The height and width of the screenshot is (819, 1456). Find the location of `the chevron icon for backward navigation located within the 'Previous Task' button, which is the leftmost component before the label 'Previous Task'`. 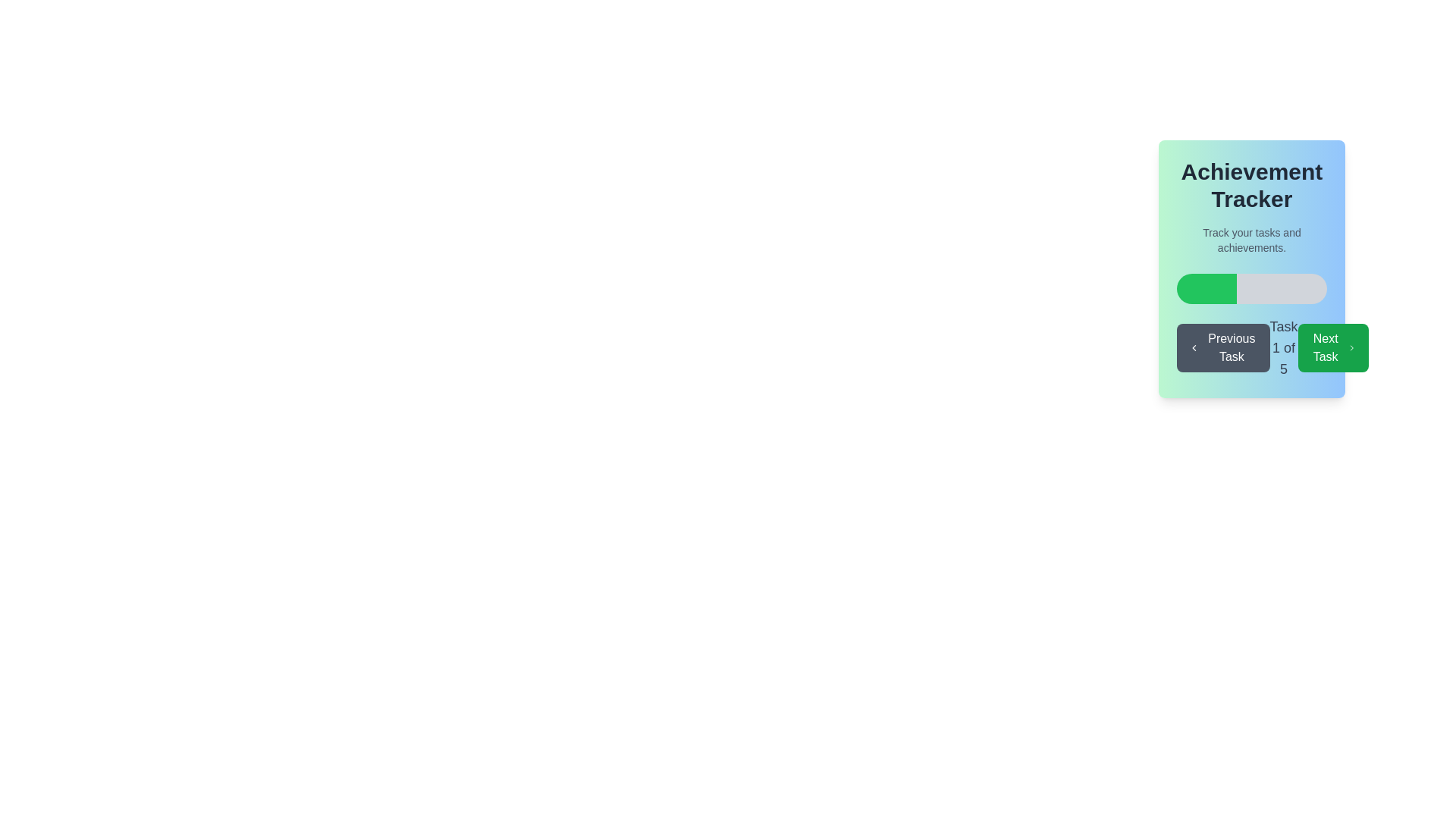

the chevron icon for backward navigation located within the 'Previous Task' button, which is the leftmost component before the label 'Previous Task' is located at coordinates (1194, 348).